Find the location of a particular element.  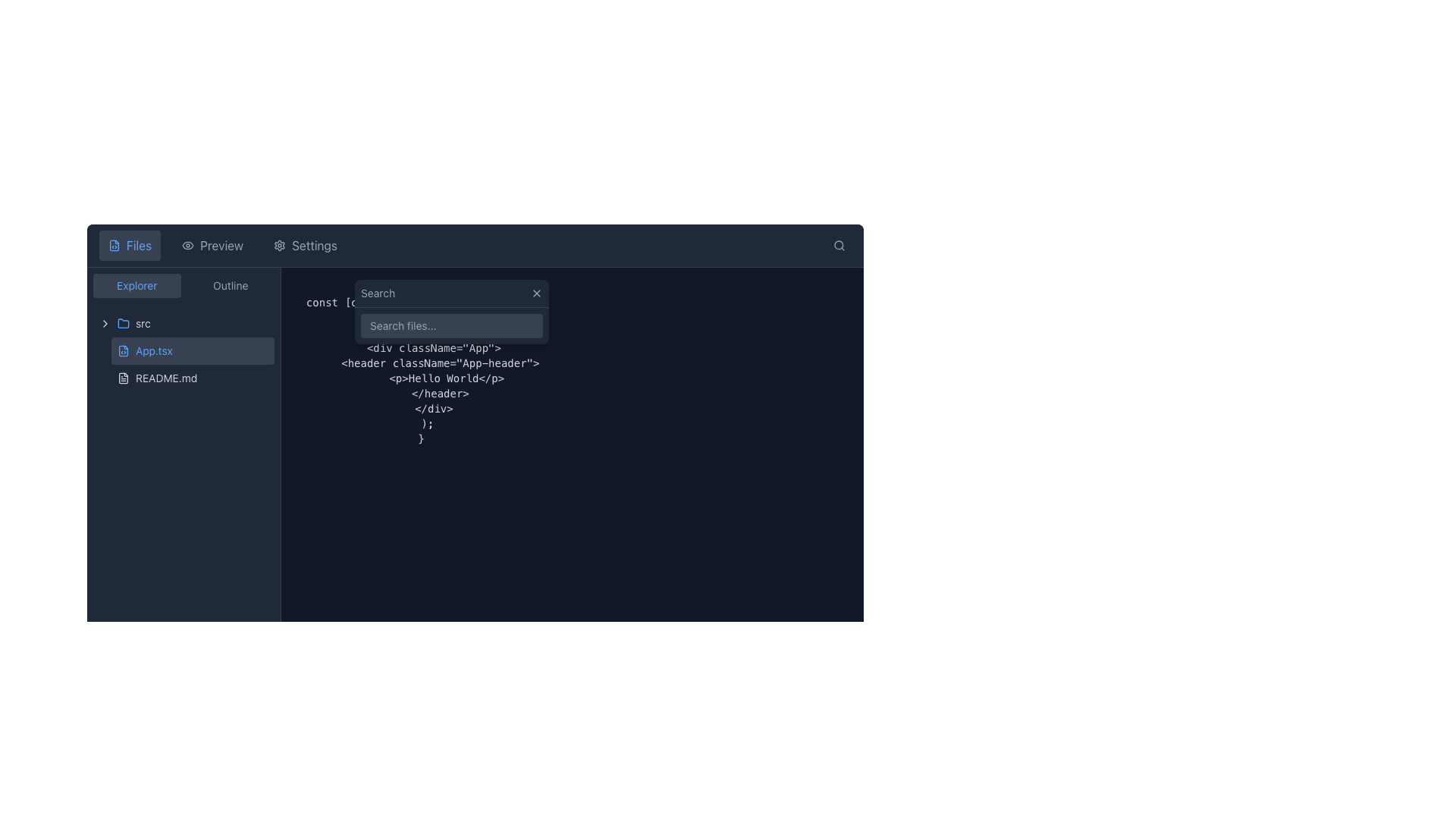

the magnifying glass icon button located at the rightmost corner of the top horizontal bar is located at coordinates (839, 245).